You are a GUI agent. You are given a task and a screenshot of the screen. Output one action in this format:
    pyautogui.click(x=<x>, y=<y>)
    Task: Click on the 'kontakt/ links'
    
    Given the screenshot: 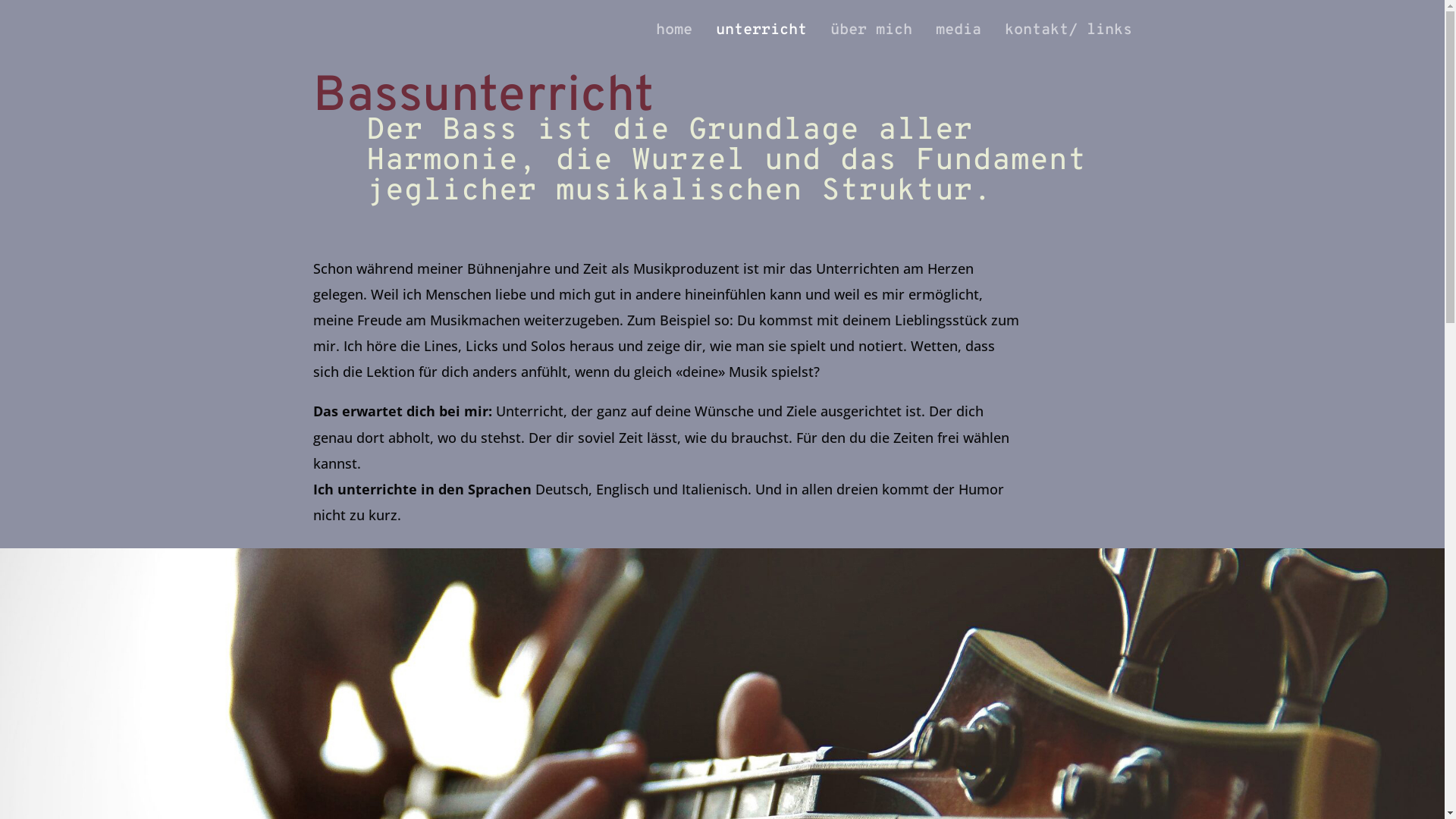 What is the action you would take?
    pyautogui.click(x=1066, y=42)
    